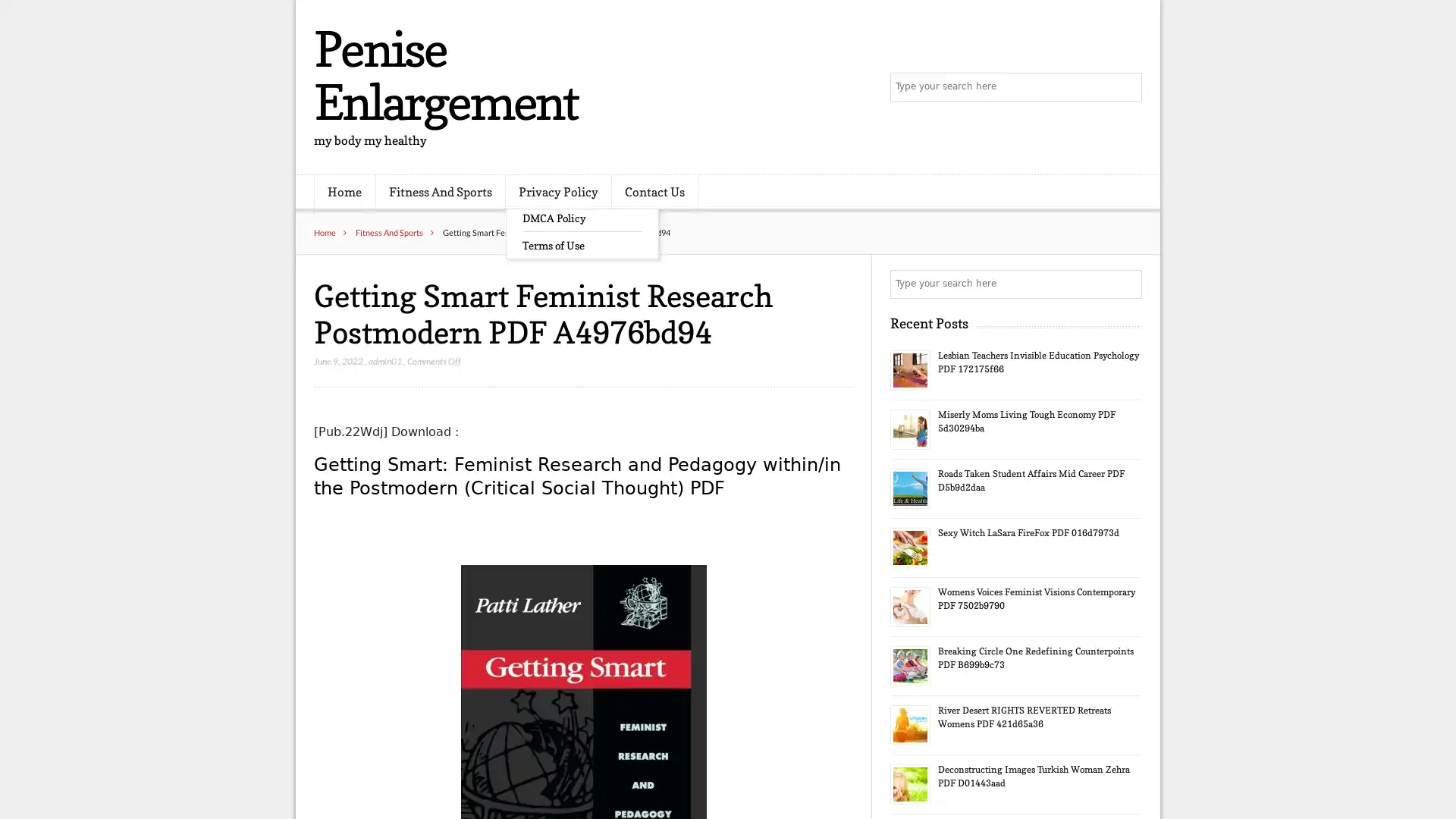  I want to click on Search, so click(1126, 87).